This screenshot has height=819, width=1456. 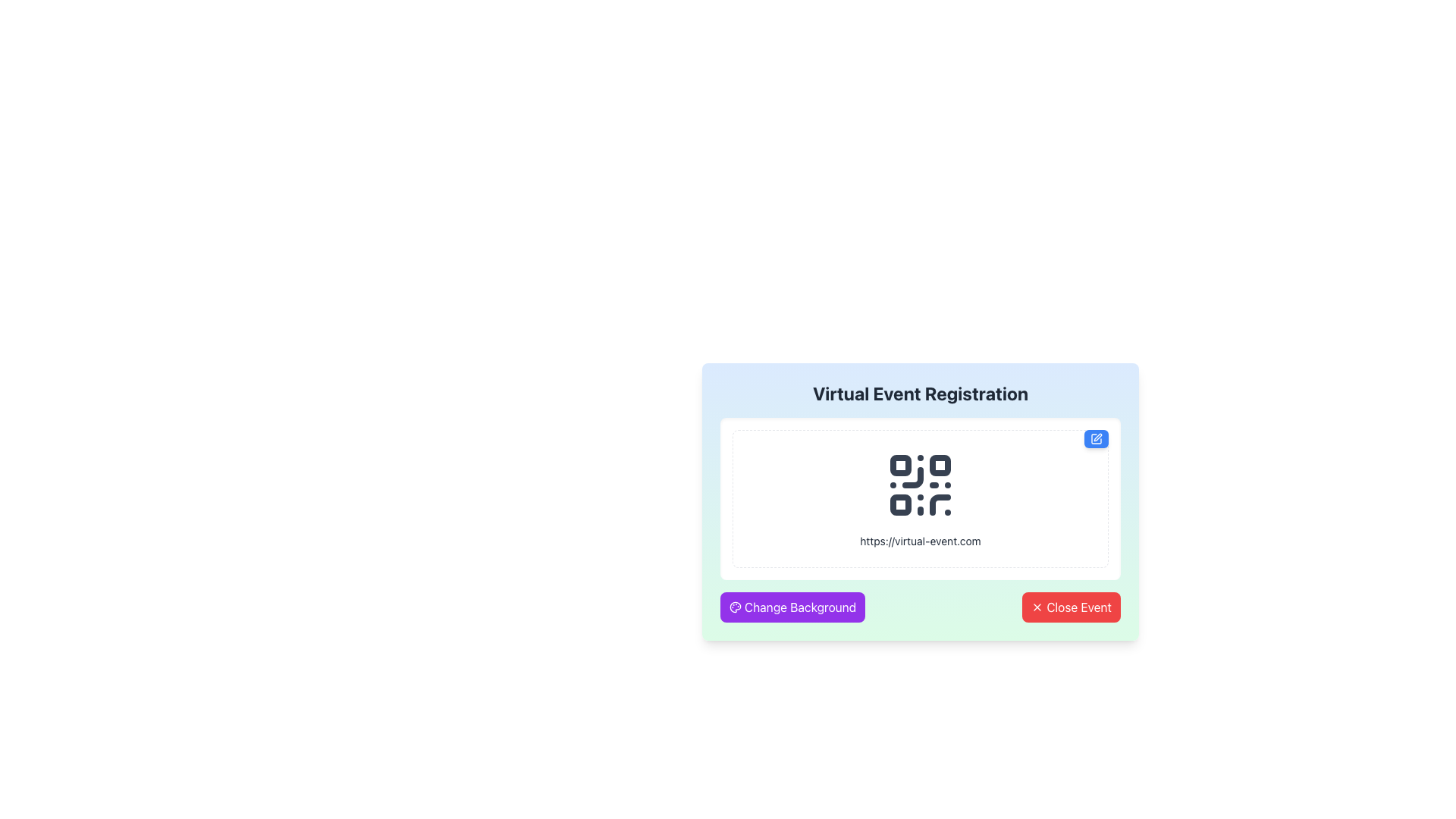 What do you see at coordinates (901, 505) in the screenshot?
I see `the small square decorative graphical shape with rounded corners located in the bottom-left corner of the QR code within the 'Virtual Event Registration' modal box` at bounding box center [901, 505].